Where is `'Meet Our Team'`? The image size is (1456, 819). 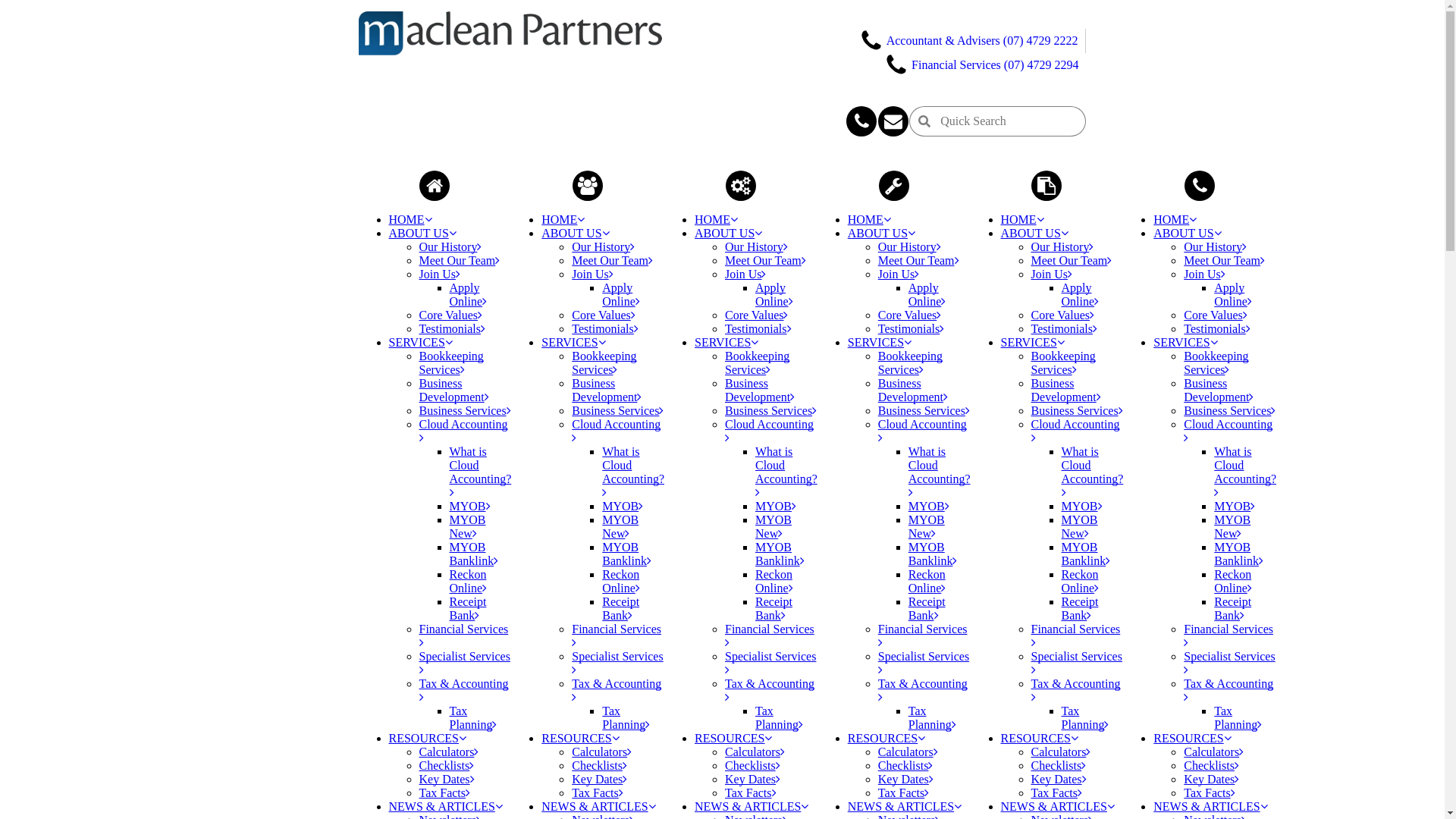 'Meet Our Team' is located at coordinates (458, 259).